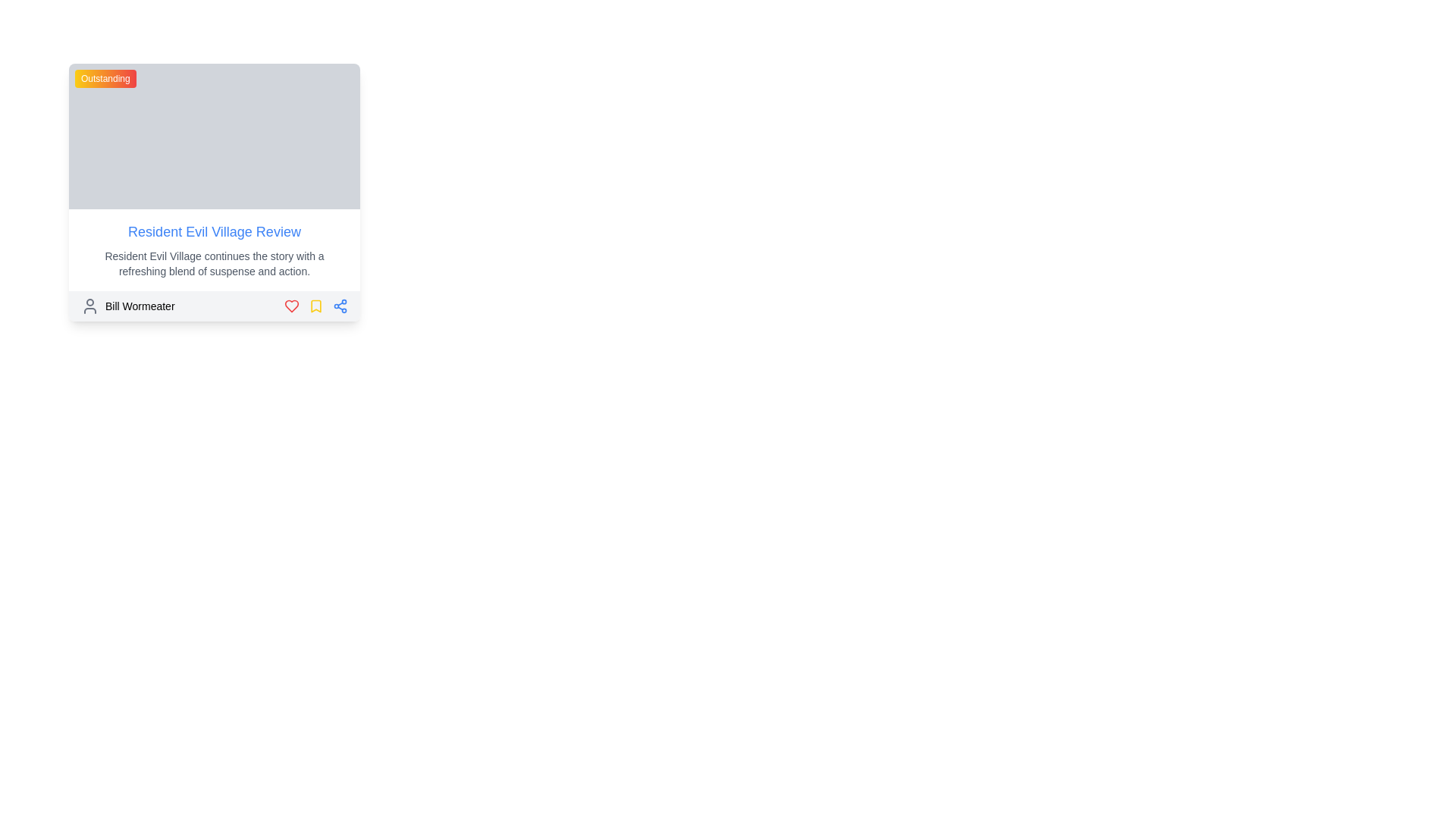 The width and height of the screenshot is (1456, 819). Describe the element at coordinates (291, 306) in the screenshot. I see `the like icon located to the right of the user avatar icon in the bottom section of the review card to express a positive acknowledgment` at that location.